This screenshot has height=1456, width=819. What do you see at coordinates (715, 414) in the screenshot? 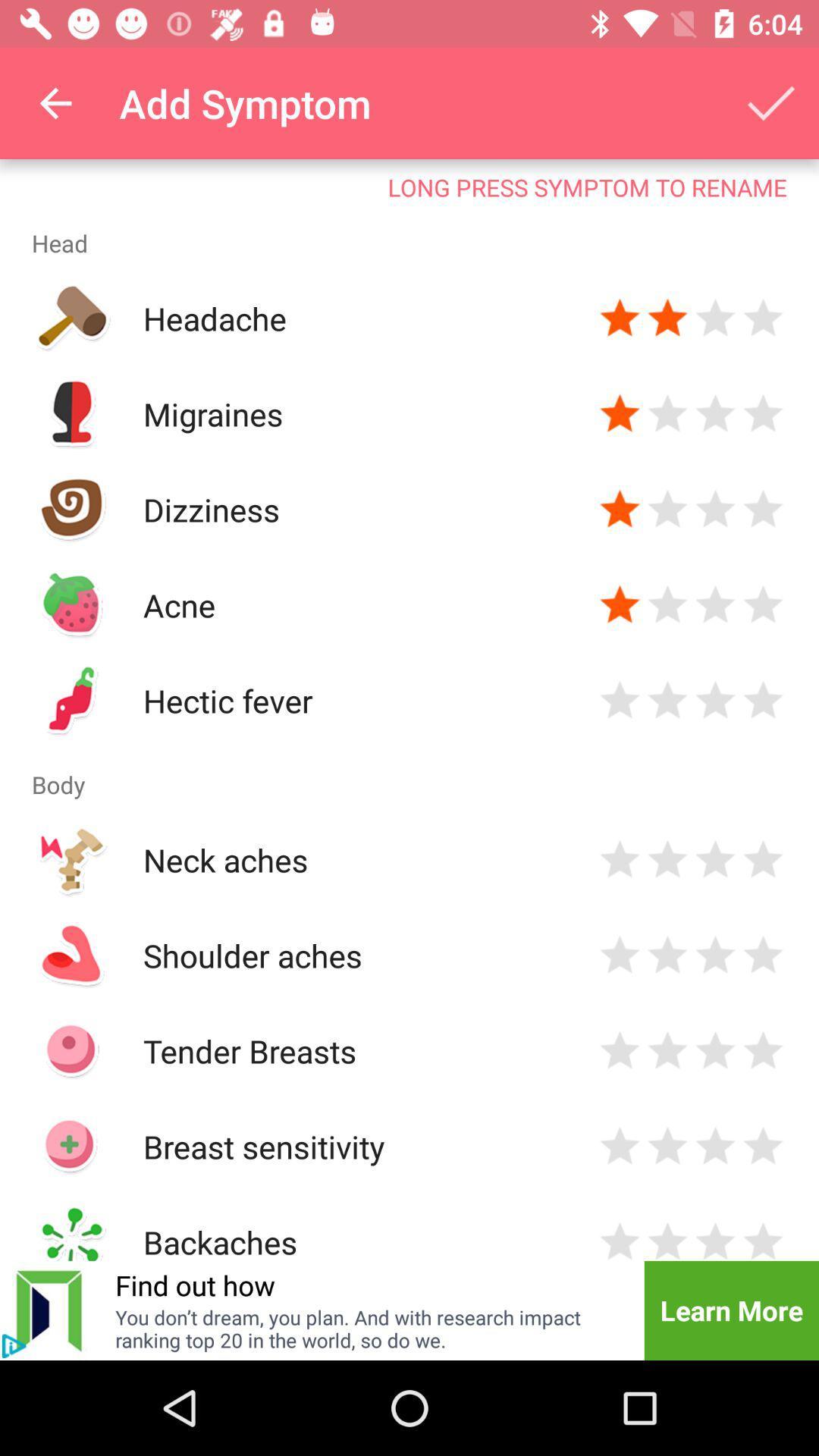
I see `rate` at bounding box center [715, 414].